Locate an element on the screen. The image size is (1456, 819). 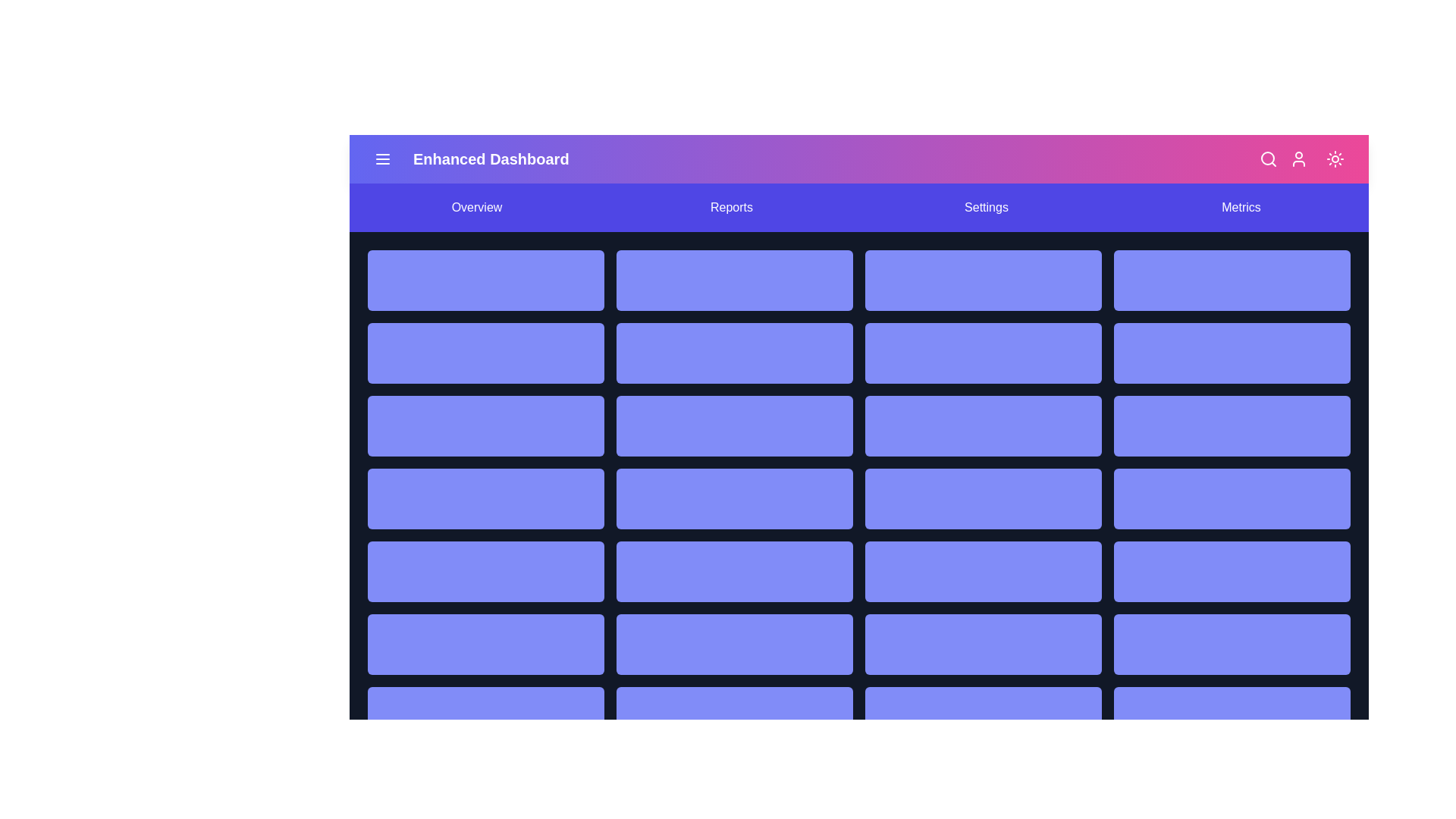
the menu icon to toggle the menu visibility is located at coordinates (382, 158).